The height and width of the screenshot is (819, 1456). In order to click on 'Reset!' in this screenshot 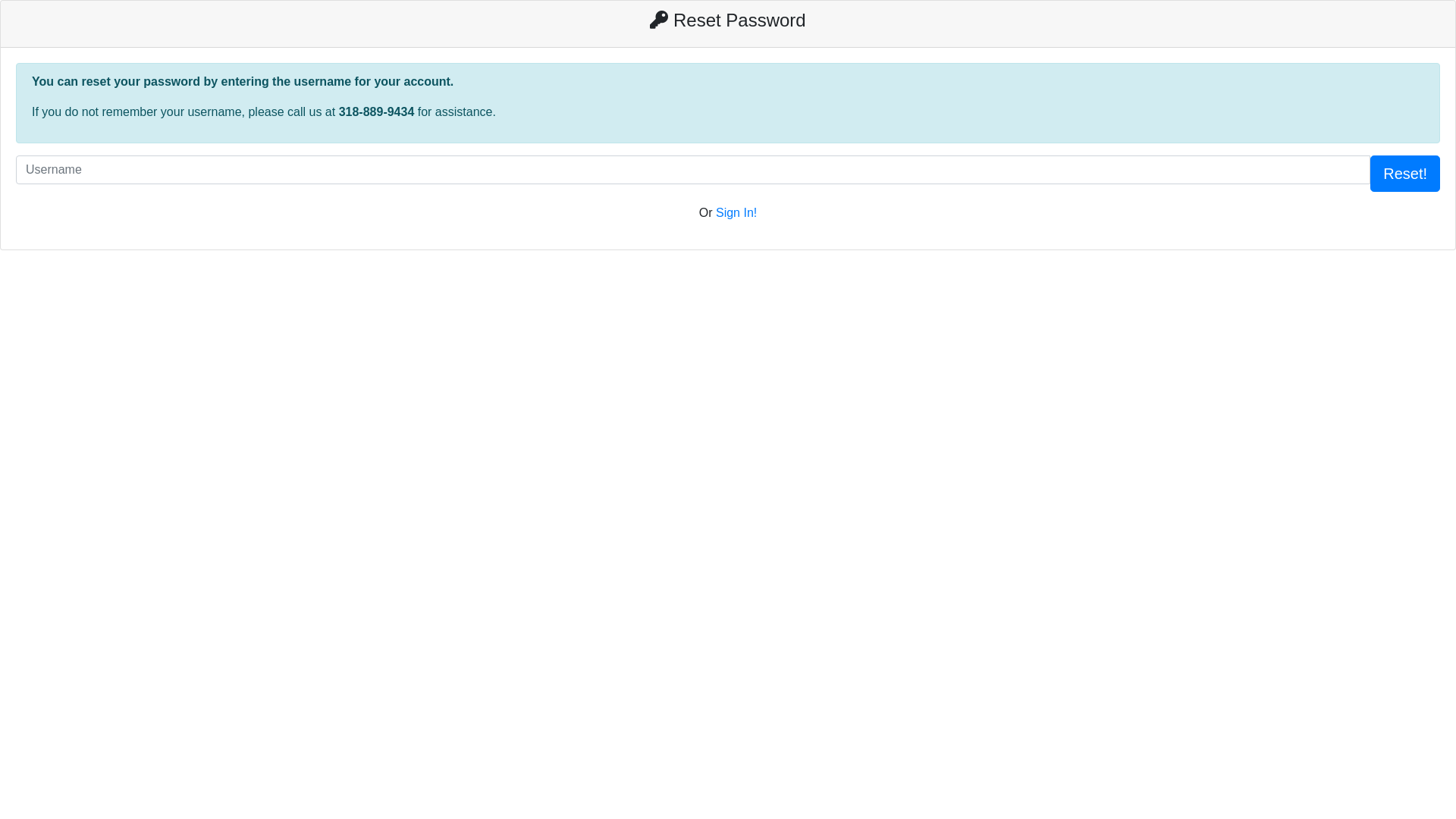, I will do `click(1404, 172)`.